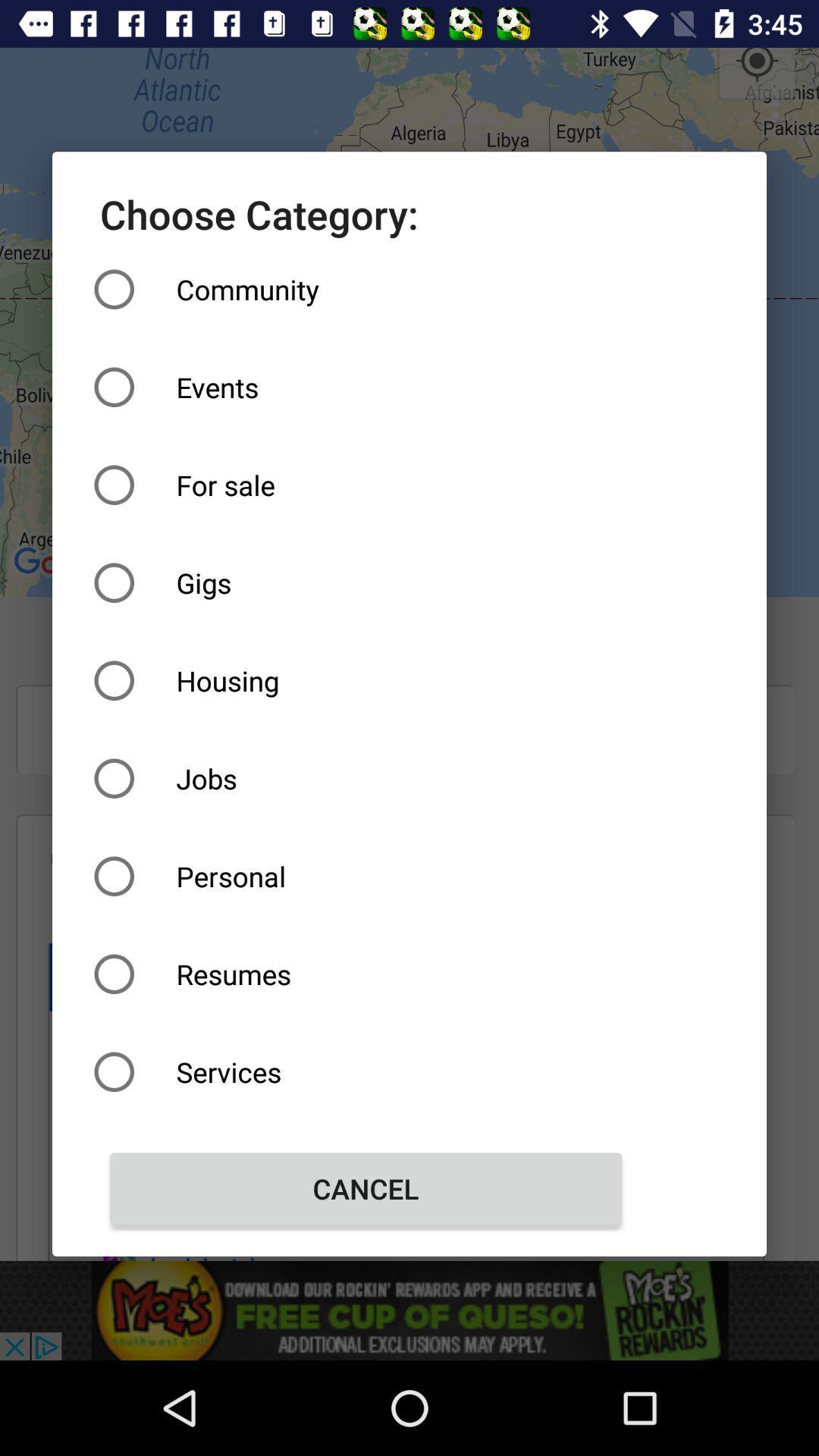 The width and height of the screenshot is (819, 1456). Describe the element at coordinates (366, 387) in the screenshot. I see `icon above the for sale item` at that location.